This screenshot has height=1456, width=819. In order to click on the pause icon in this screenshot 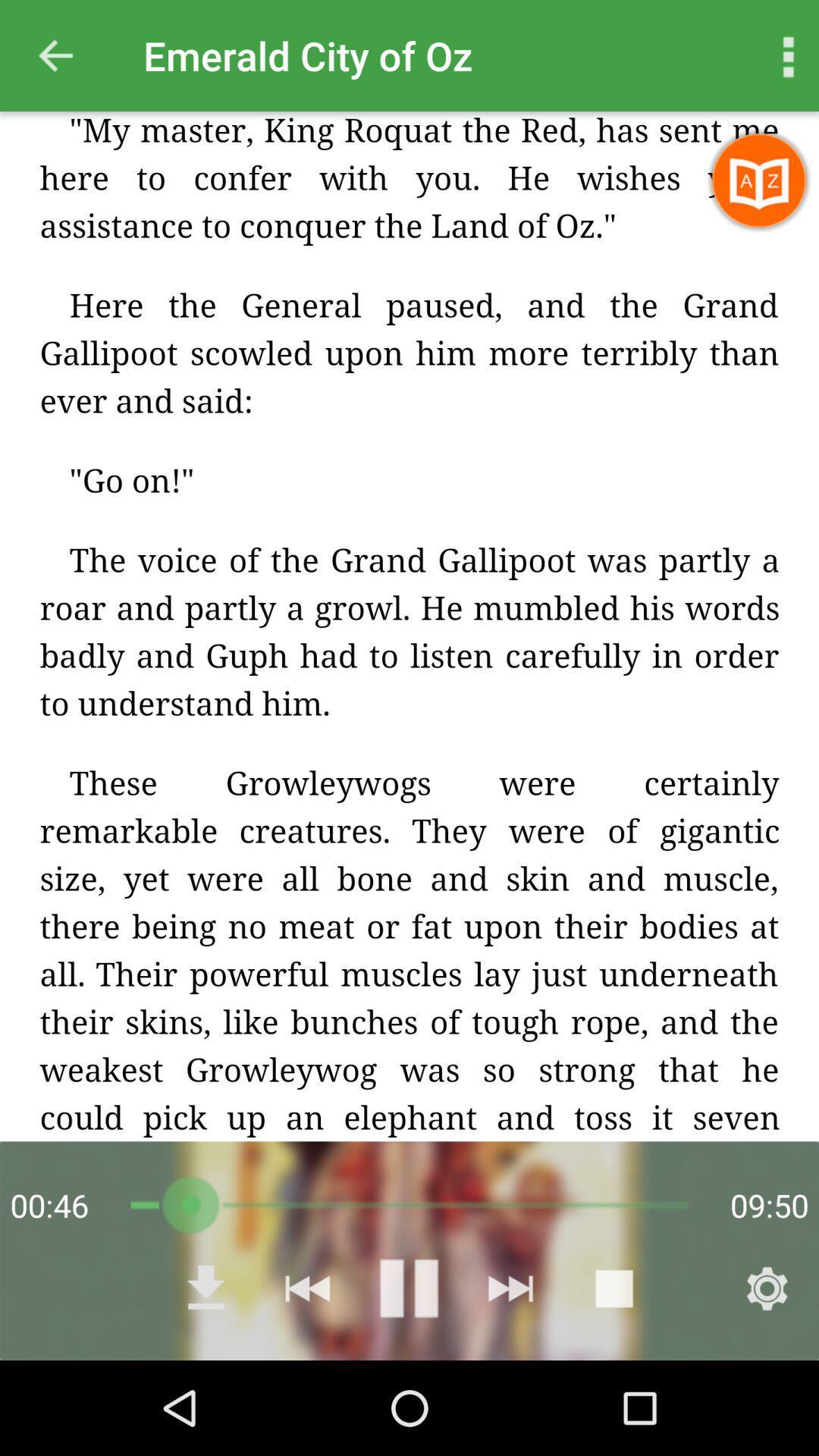, I will do `click(408, 1288)`.